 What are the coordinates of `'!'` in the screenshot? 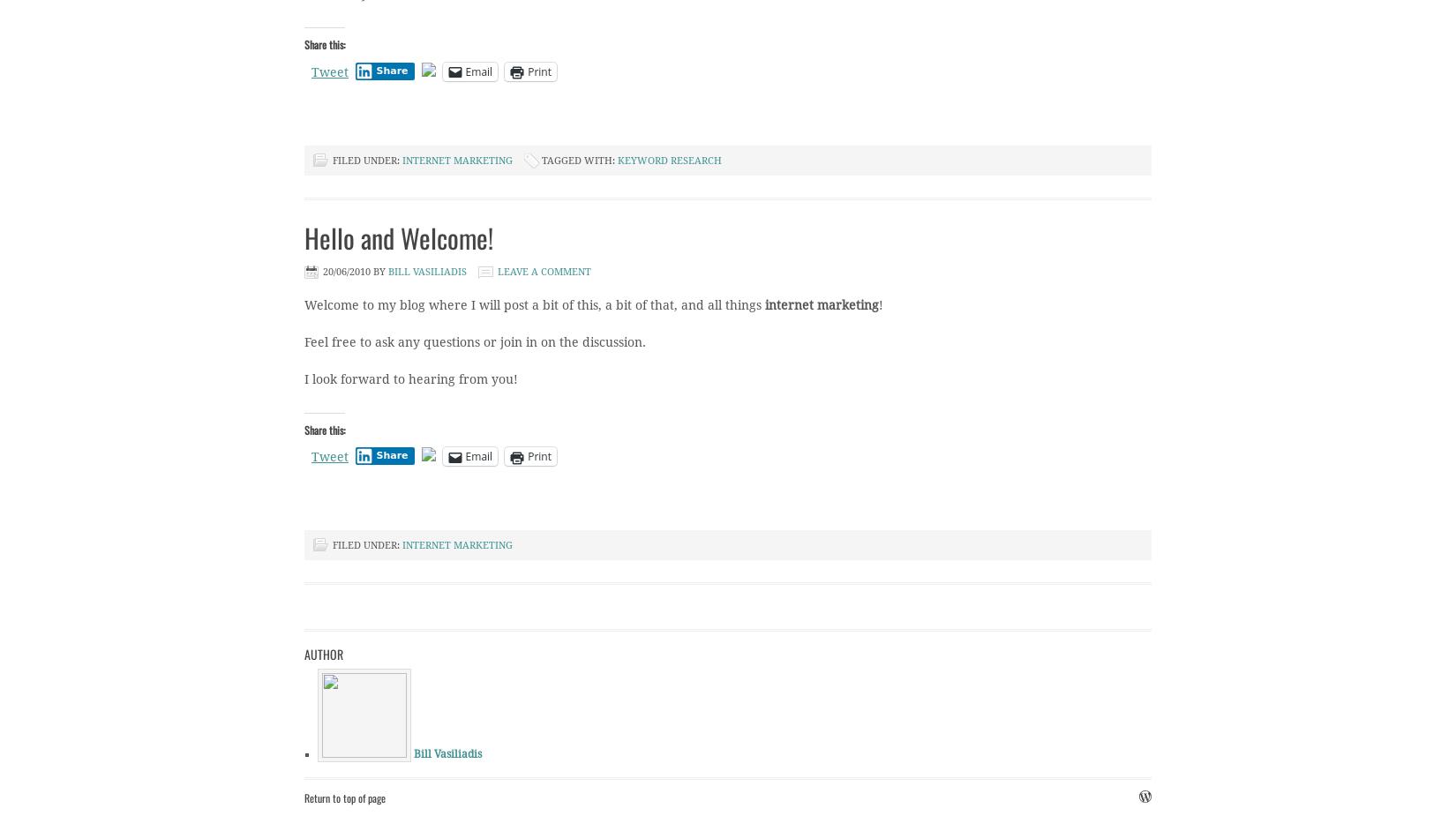 It's located at (878, 303).